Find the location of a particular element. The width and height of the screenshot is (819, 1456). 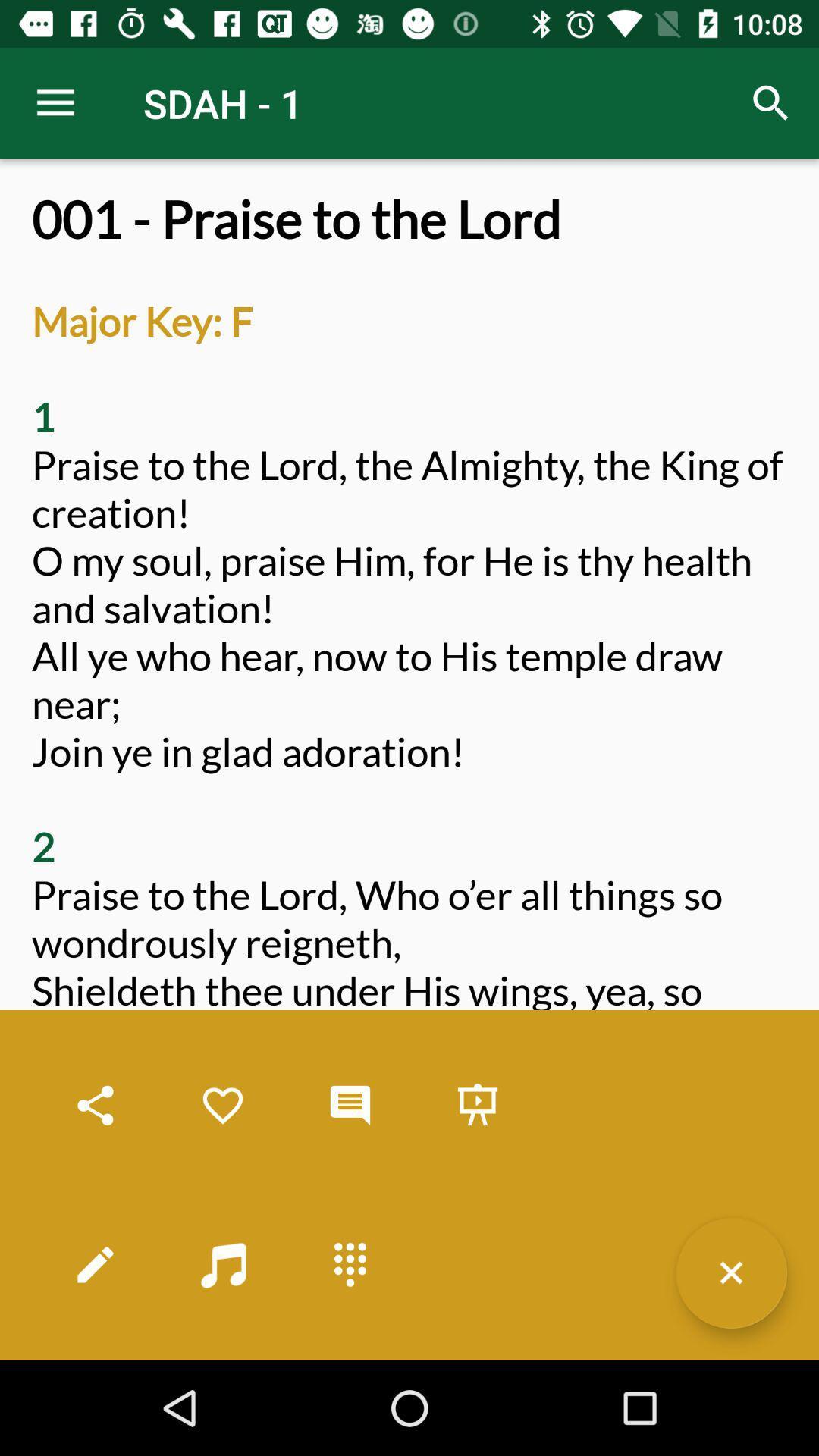

the icon next to the sdah - 1 icon is located at coordinates (55, 102).